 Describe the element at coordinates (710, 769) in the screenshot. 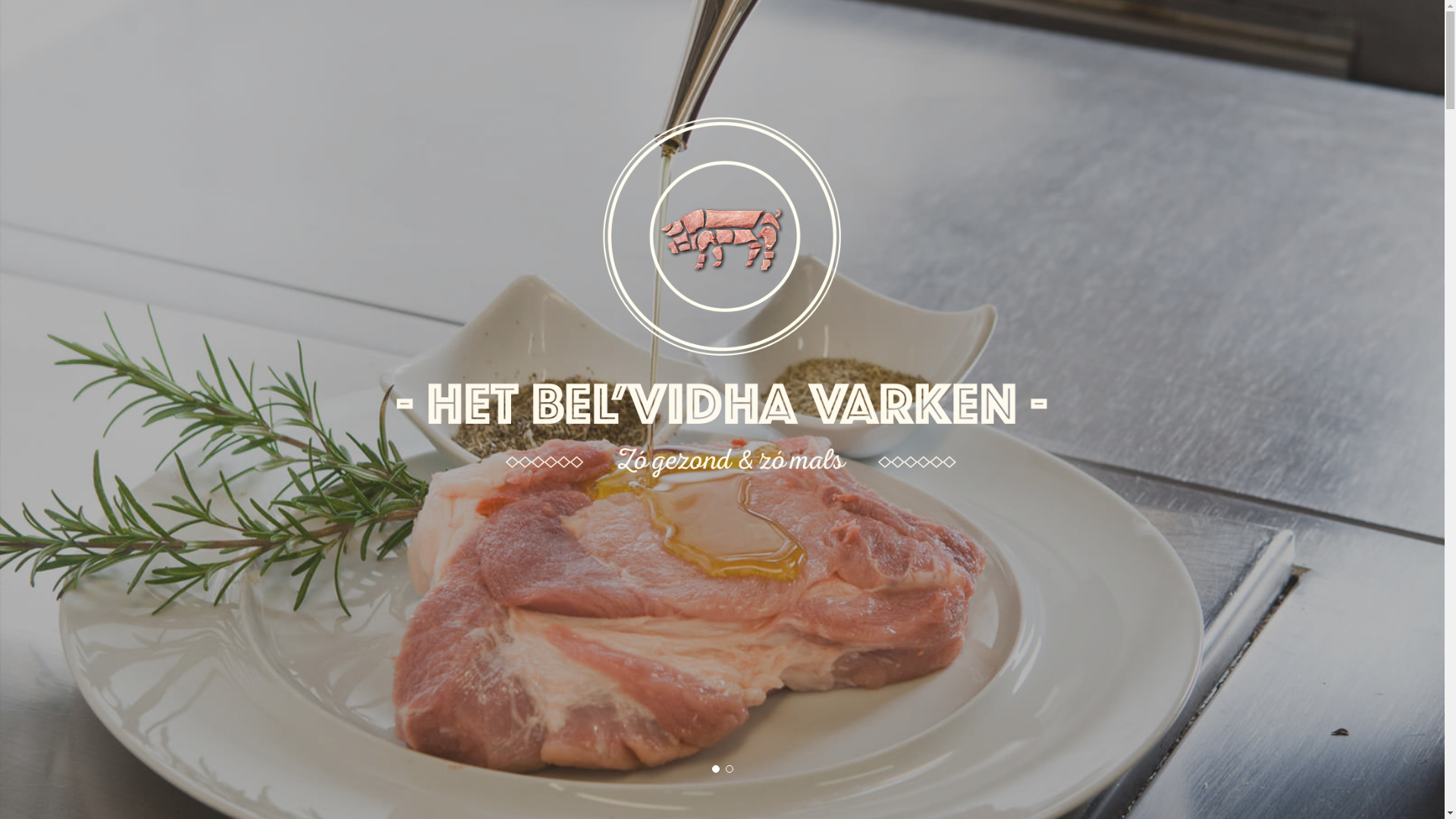

I see `'1'` at that location.